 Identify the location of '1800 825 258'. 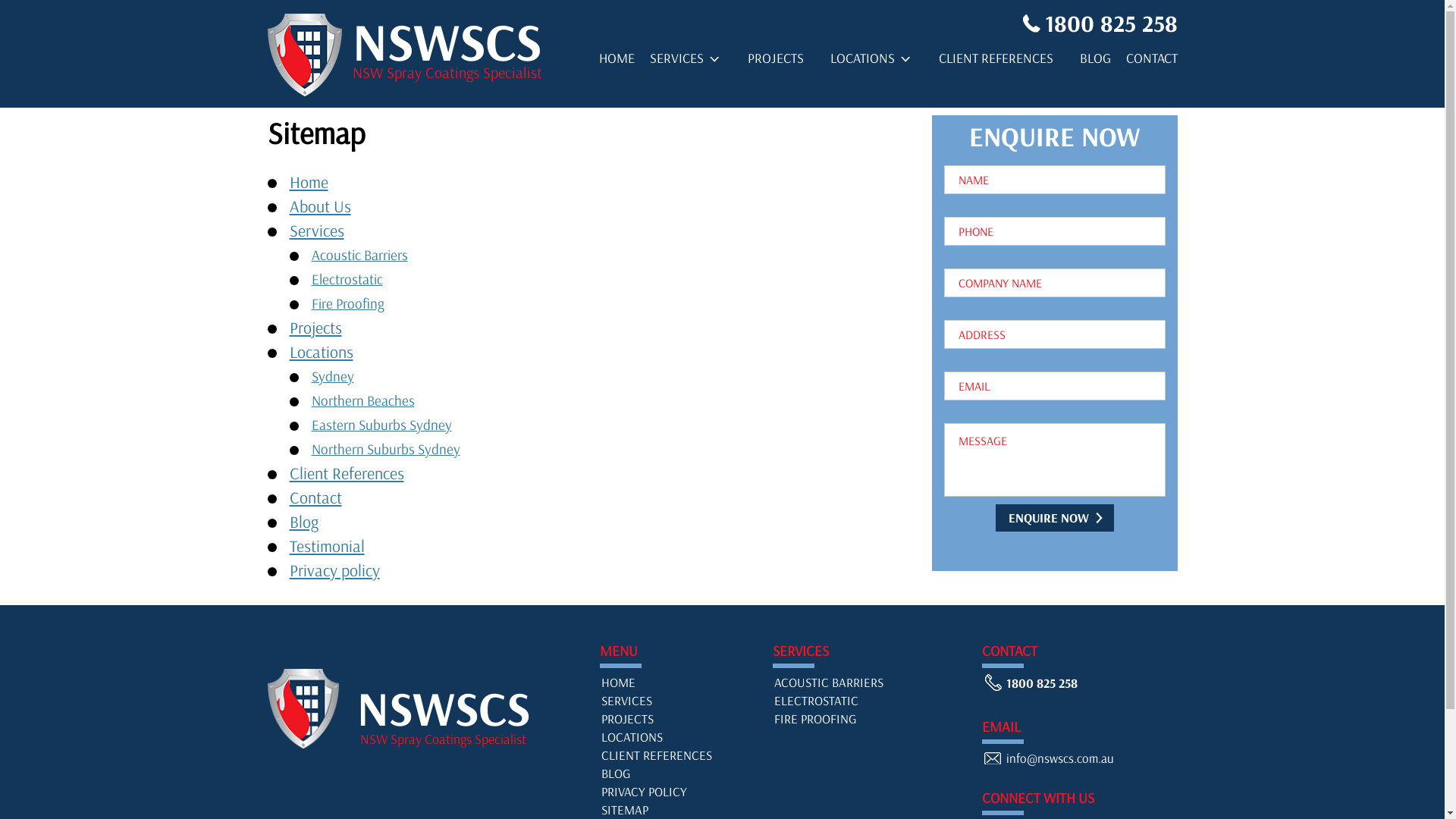
(1030, 684).